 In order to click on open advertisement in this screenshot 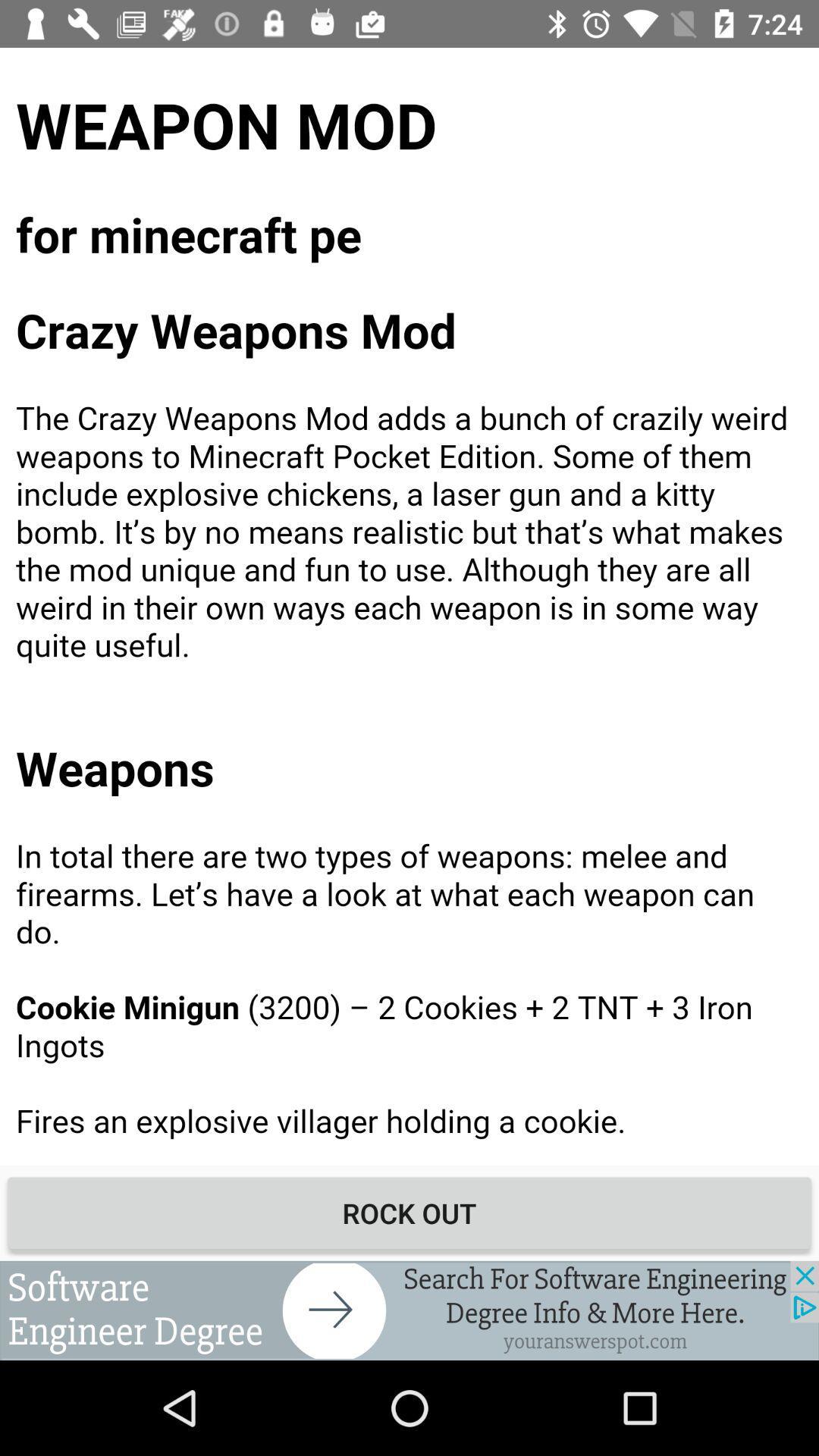, I will do `click(409, 1310)`.